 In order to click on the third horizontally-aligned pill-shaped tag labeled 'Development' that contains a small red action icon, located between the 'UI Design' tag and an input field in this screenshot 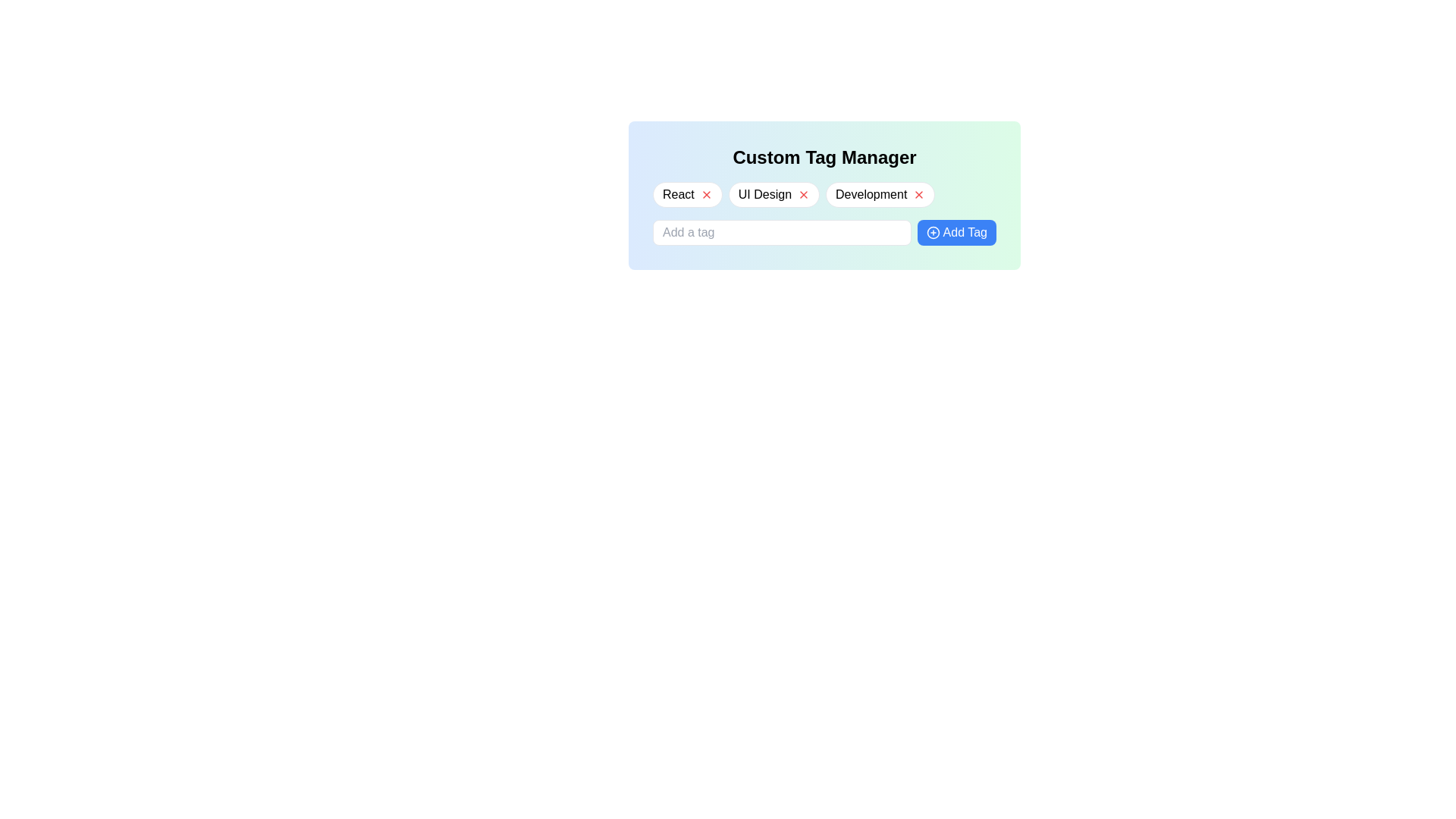, I will do `click(880, 194)`.